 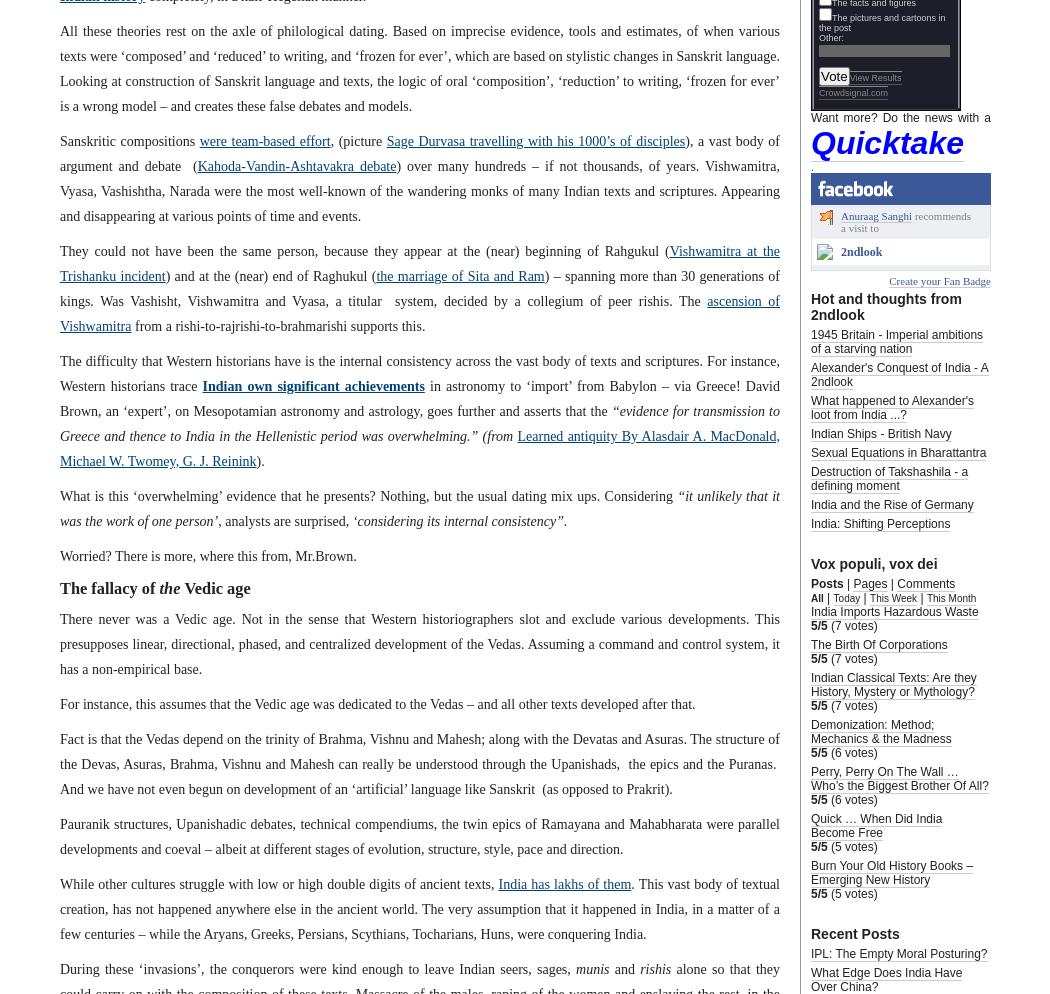 I want to click on ', analysts are surprised,', so click(x=216, y=520).